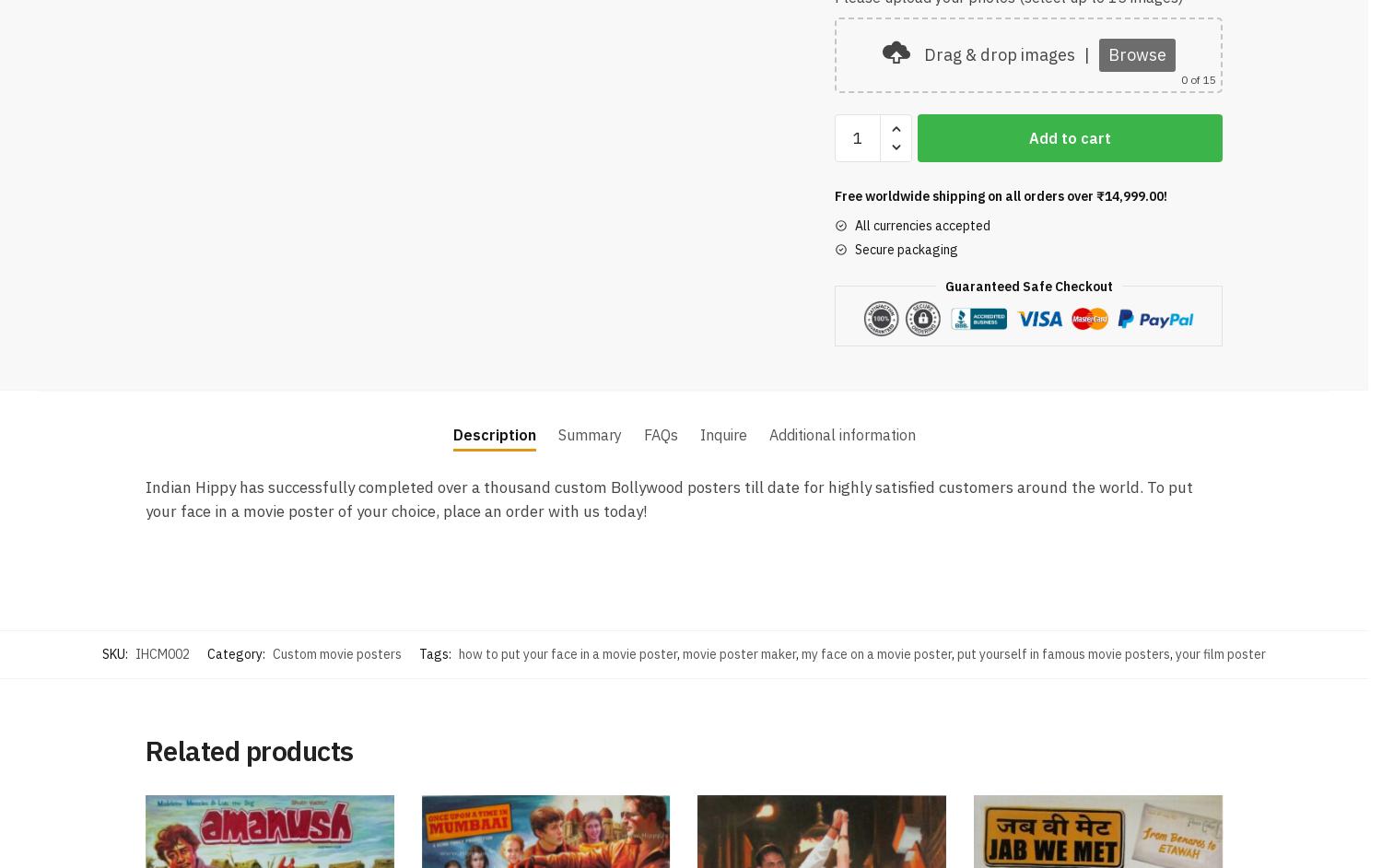 The image size is (1382, 868). Describe the element at coordinates (1070, 134) in the screenshot. I see `'Add to cart'` at that location.